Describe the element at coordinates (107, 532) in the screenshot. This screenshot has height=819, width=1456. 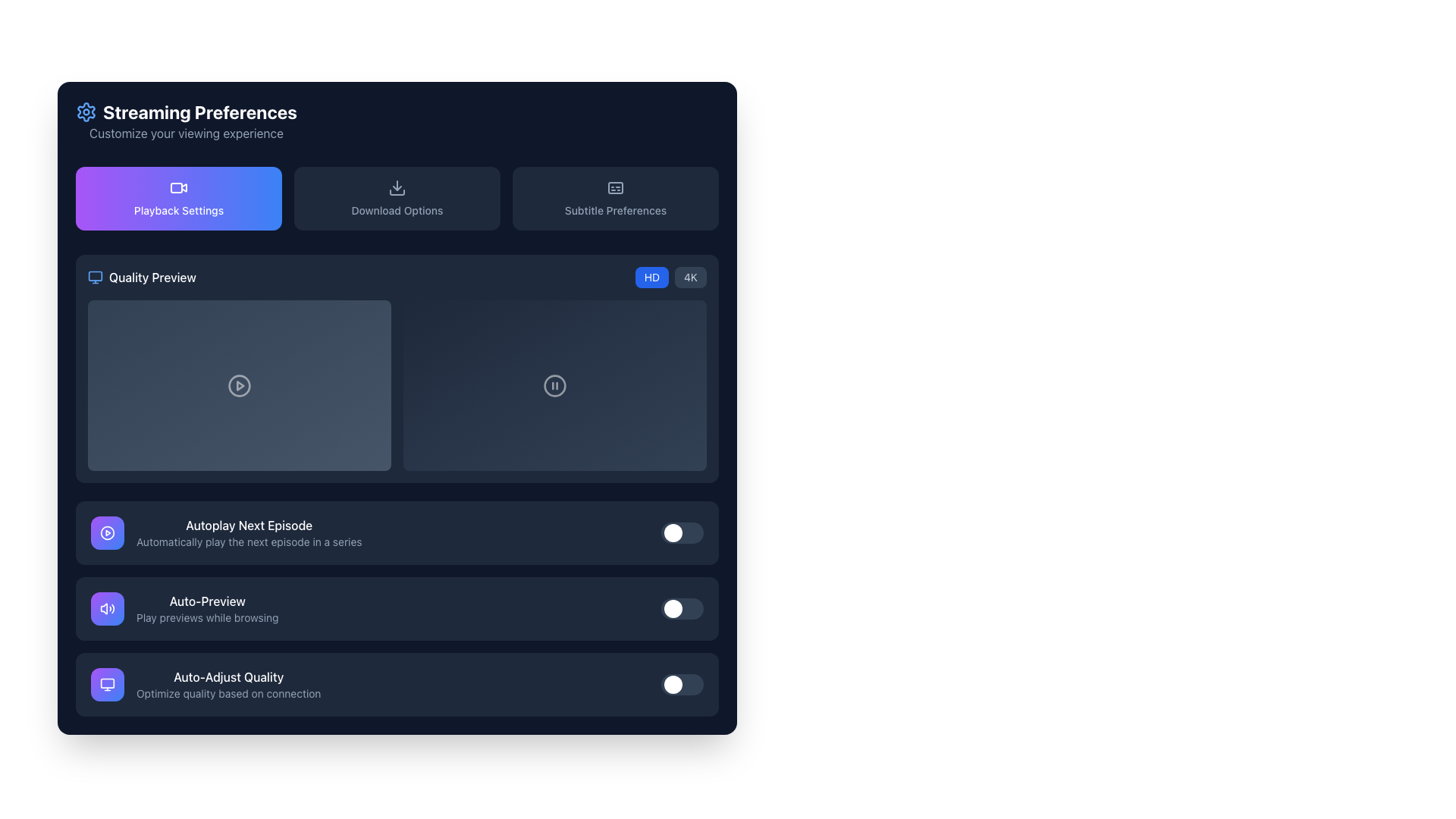
I see `the circular button with a gradient background transitioning from purple to blue, featuring a white play icon in the center, located near the top-left corner of the 'Autoplay Next Episode' section to initiate playback` at that location.